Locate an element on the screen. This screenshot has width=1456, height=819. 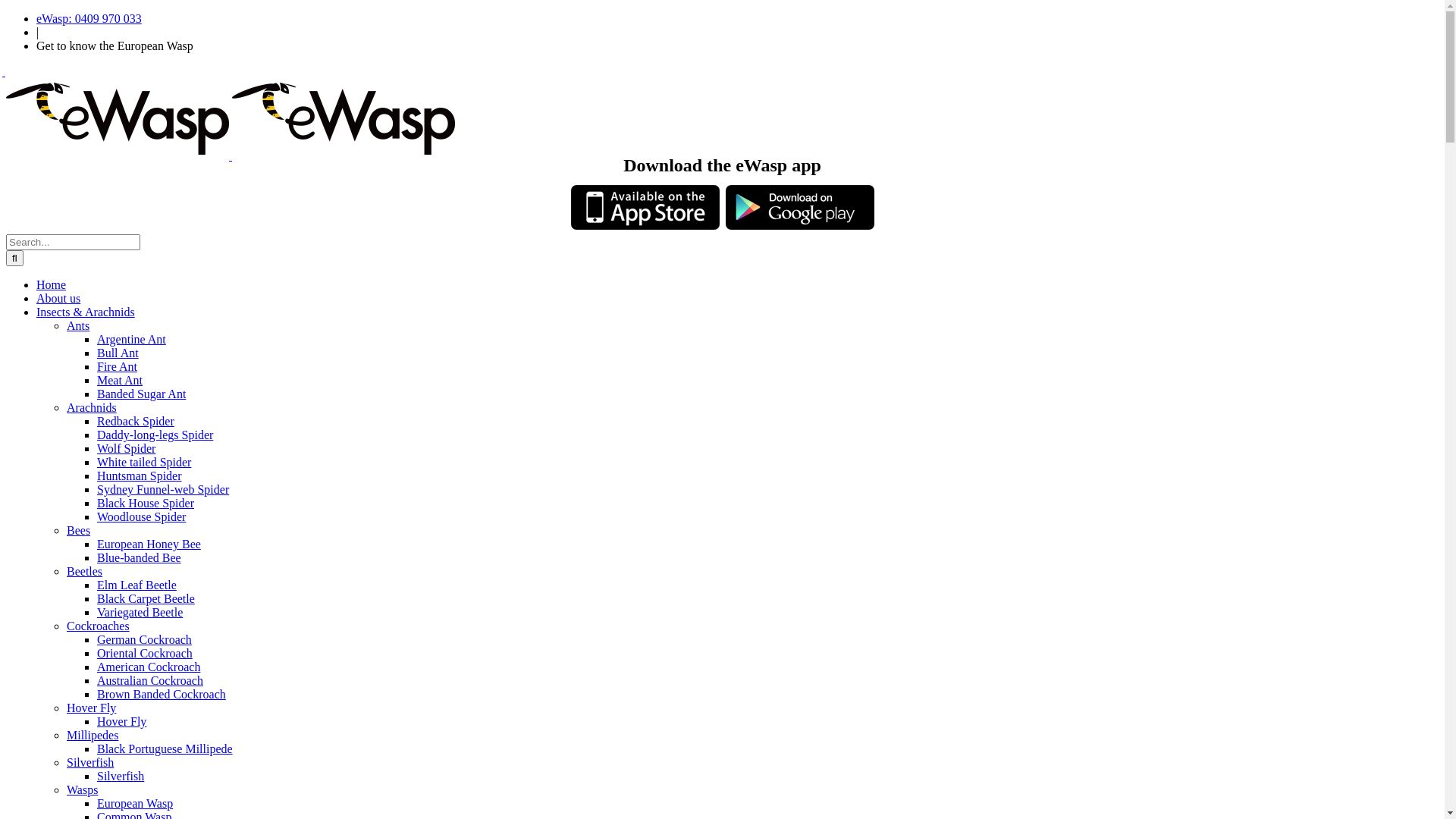
'Woodlouse Spider' is located at coordinates (96, 516).